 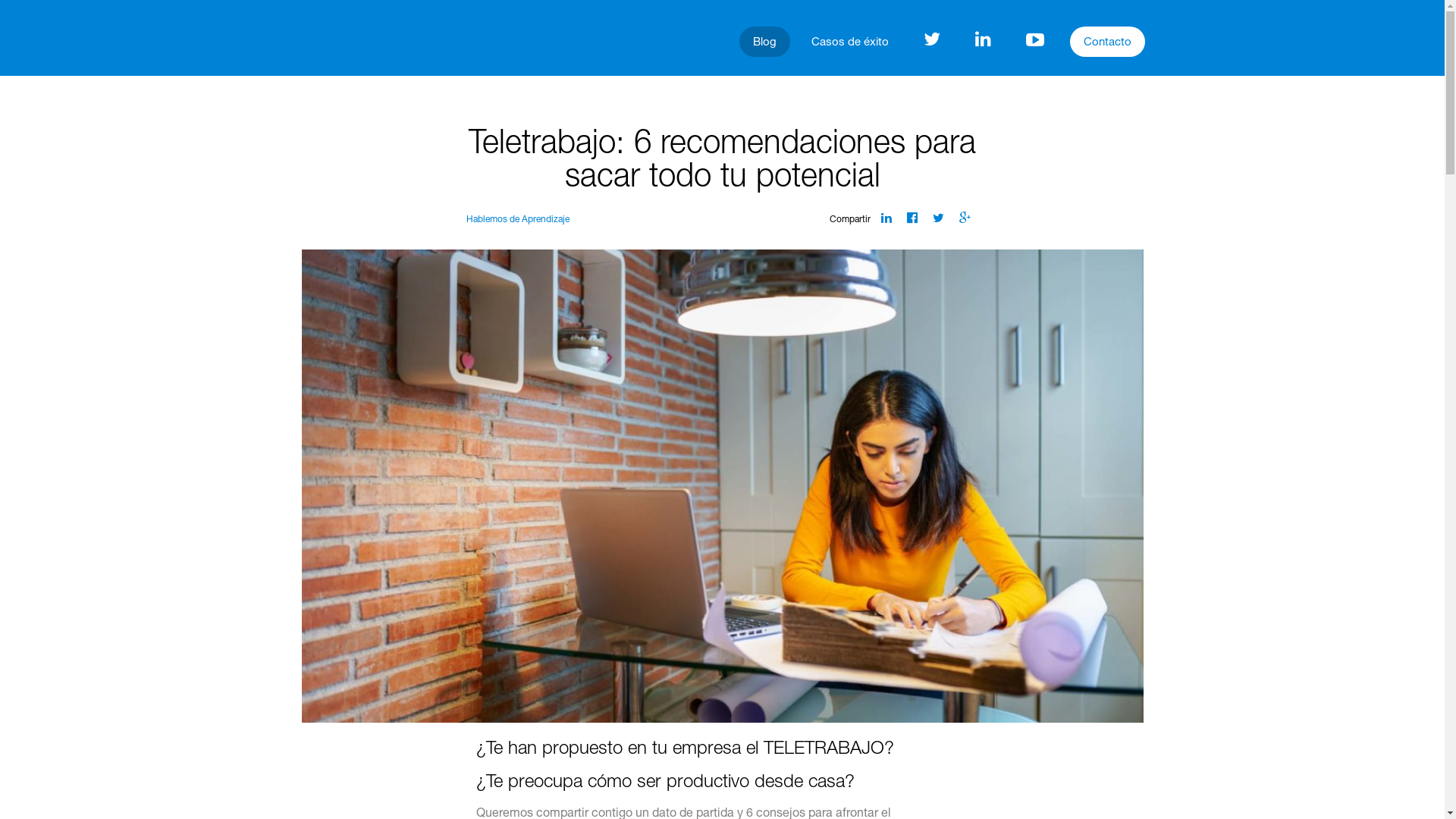 I want to click on 'Contacto', so click(x=1069, y=40).